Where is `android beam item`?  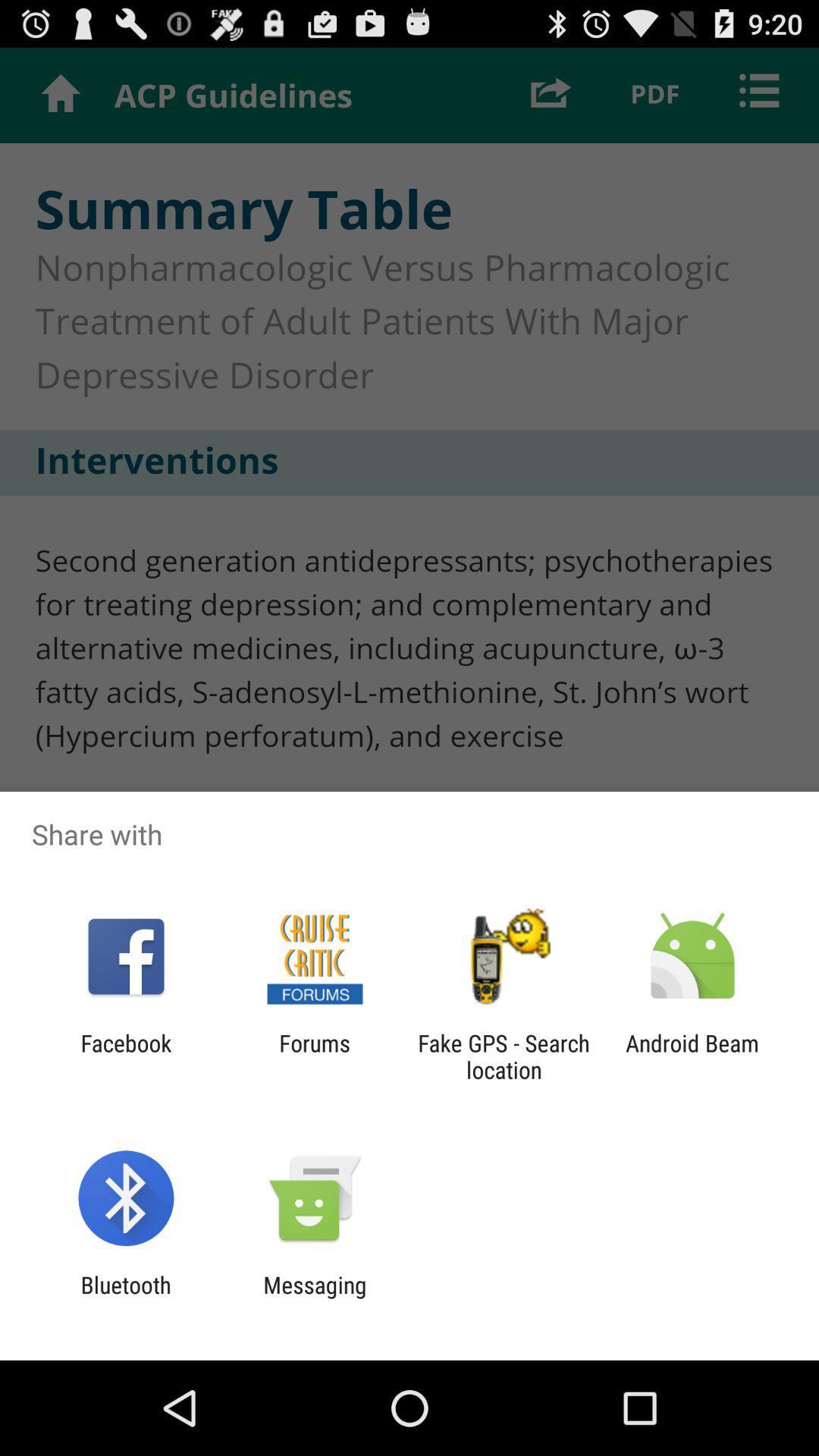 android beam item is located at coordinates (692, 1056).